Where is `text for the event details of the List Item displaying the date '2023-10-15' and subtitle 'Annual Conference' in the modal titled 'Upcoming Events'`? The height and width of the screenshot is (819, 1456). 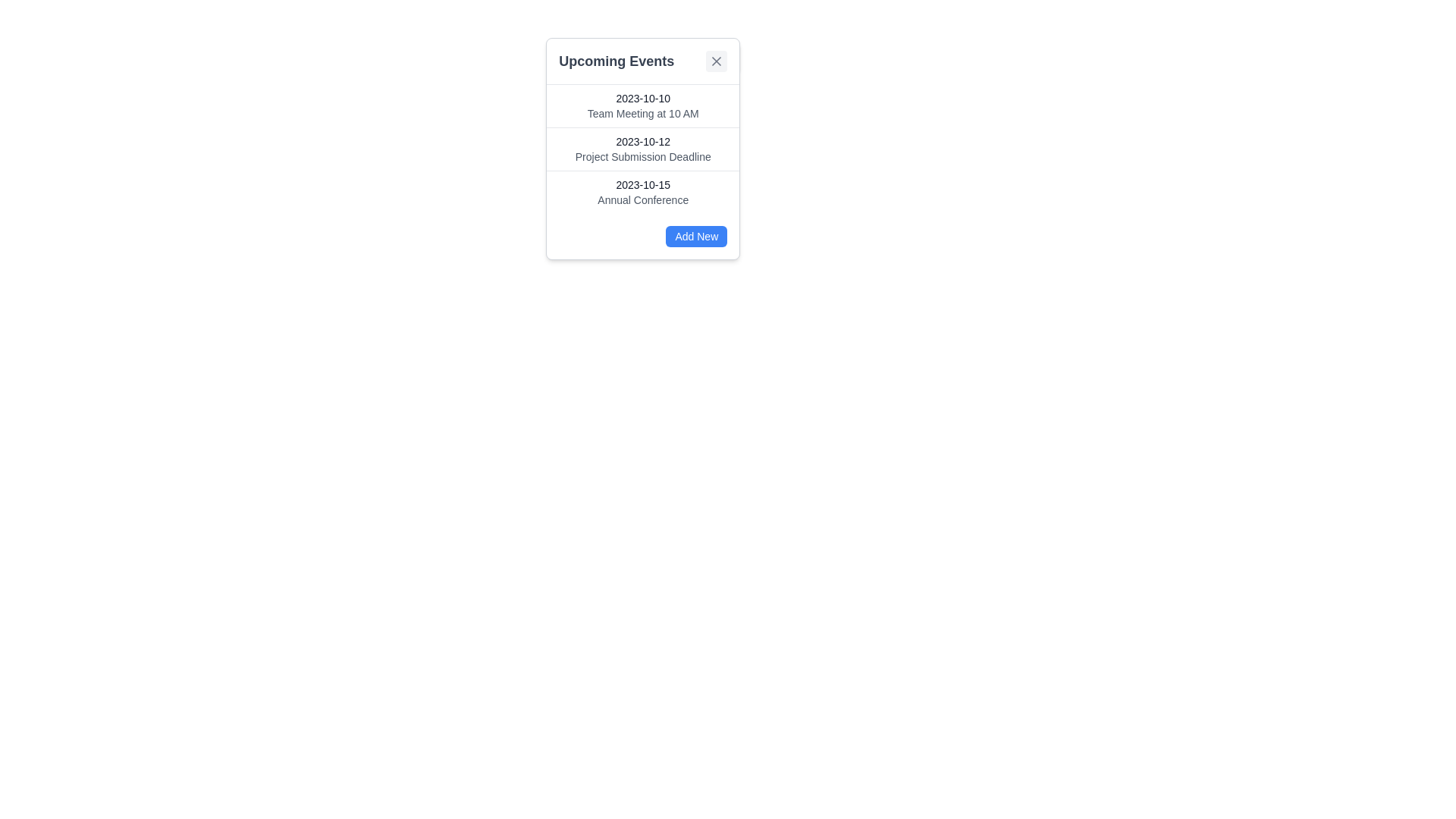 text for the event details of the List Item displaying the date '2023-10-15' and subtitle 'Annual Conference' in the modal titled 'Upcoming Events' is located at coordinates (643, 191).